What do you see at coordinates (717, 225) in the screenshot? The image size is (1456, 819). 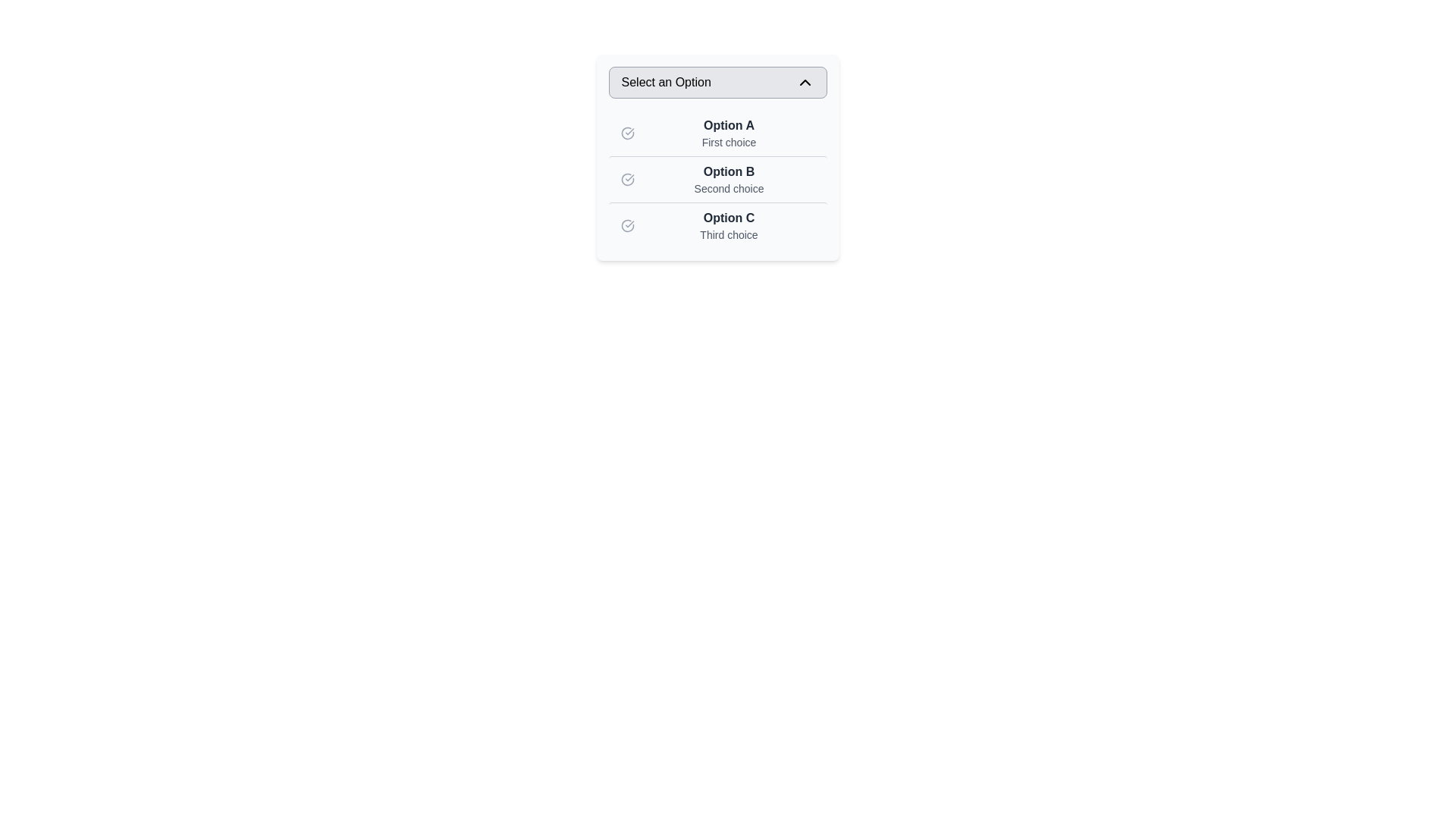 I see `the 'Third choice' option in the dropdown menu` at bounding box center [717, 225].